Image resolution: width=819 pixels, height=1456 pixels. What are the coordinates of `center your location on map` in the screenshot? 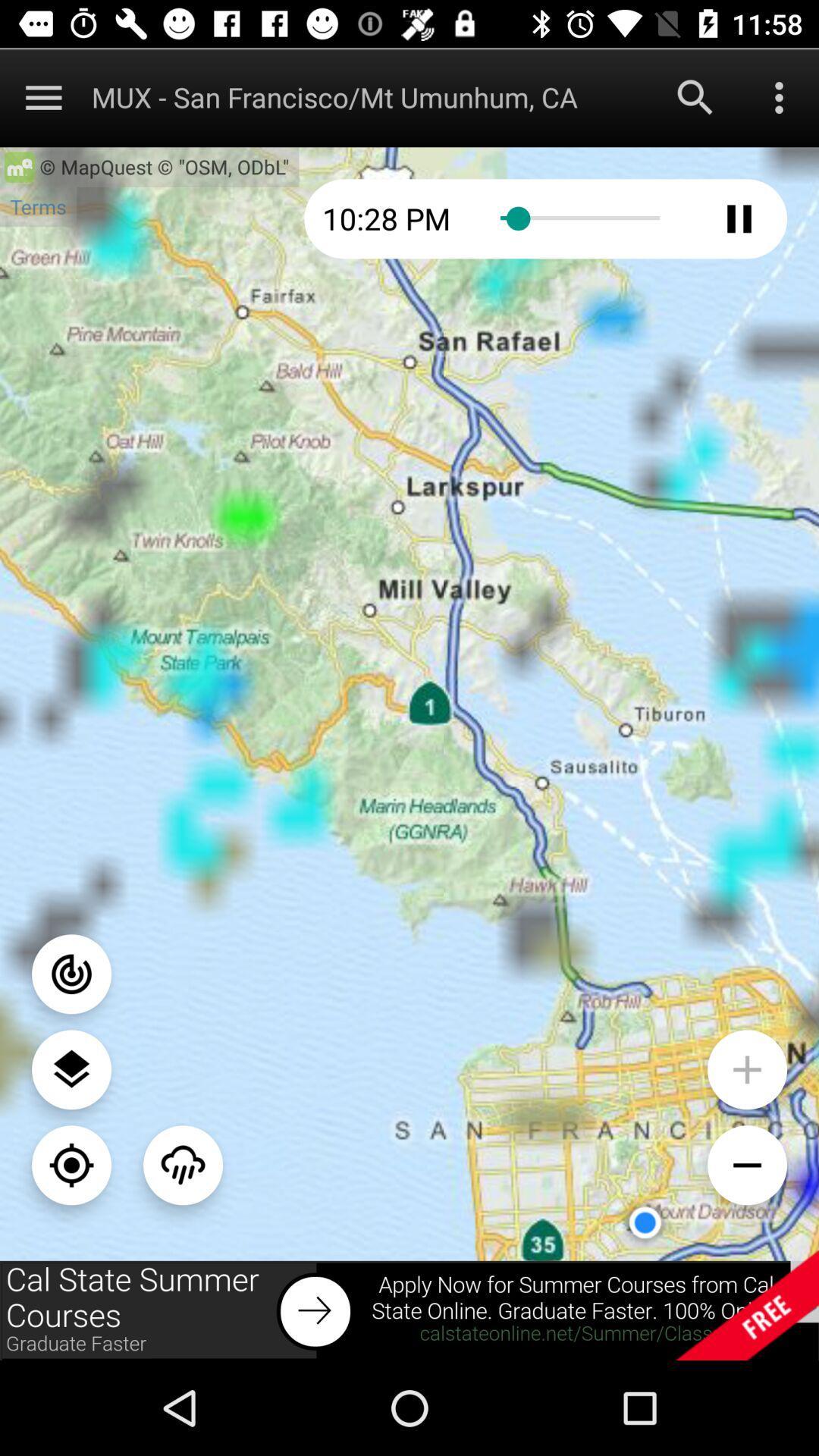 It's located at (71, 1164).